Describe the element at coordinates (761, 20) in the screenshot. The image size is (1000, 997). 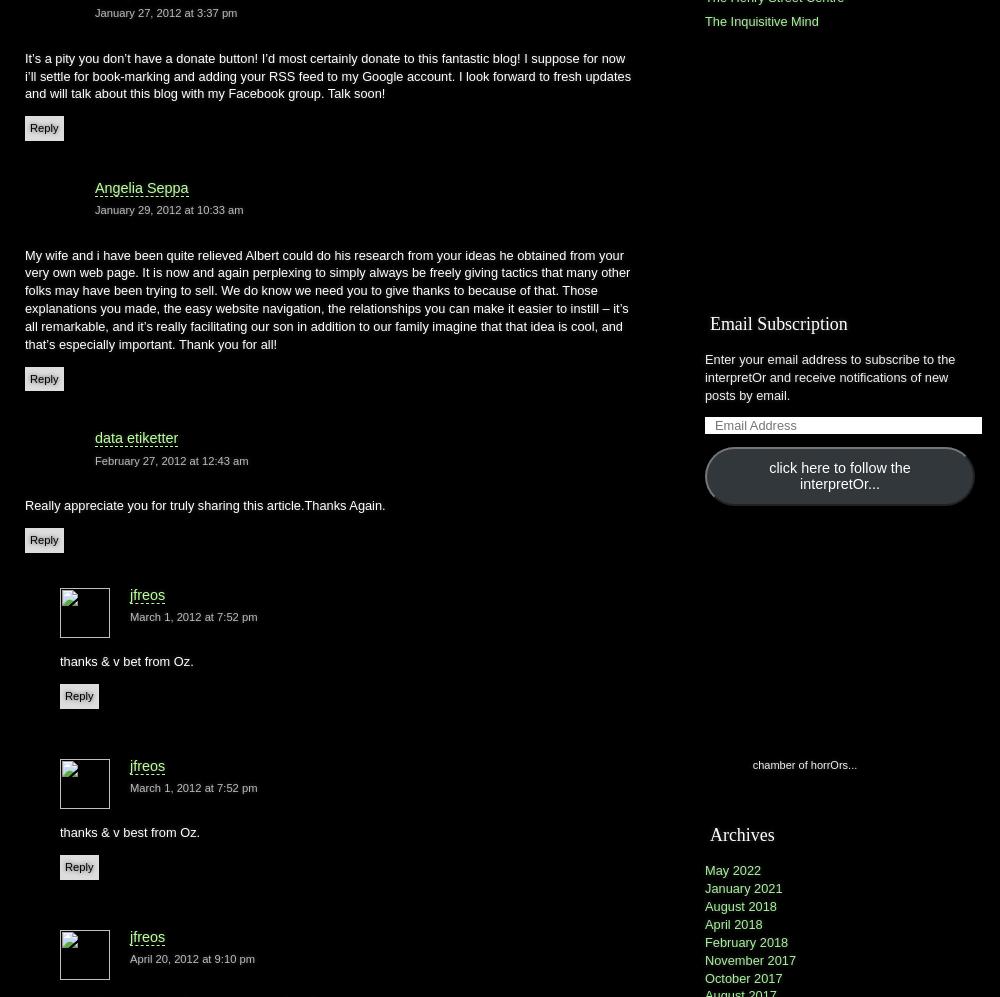
I see `'The Inquisitive Mind'` at that location.